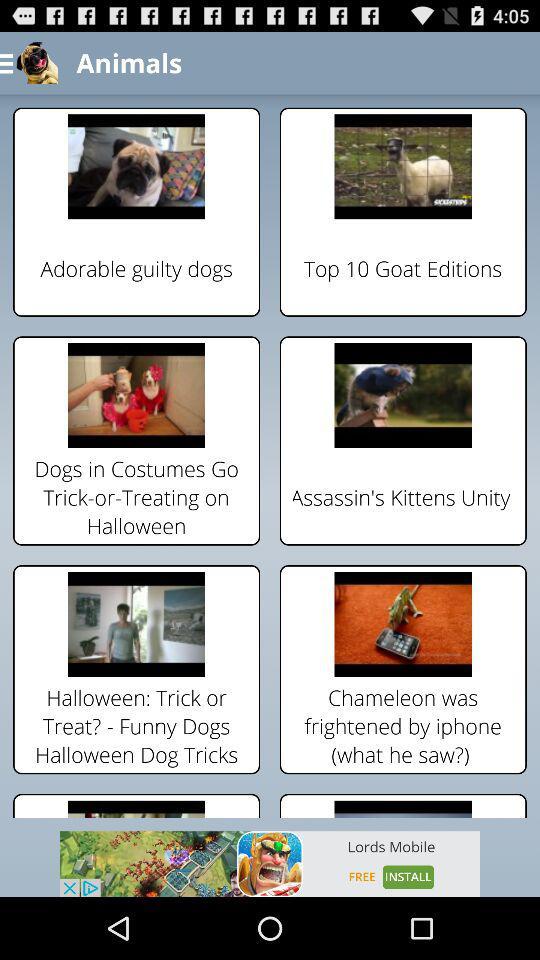 This screenshot has width=540, height=960. Describe the element at coordinates (270, 863) in the screenshot. I see `visit advertised site` at that location.